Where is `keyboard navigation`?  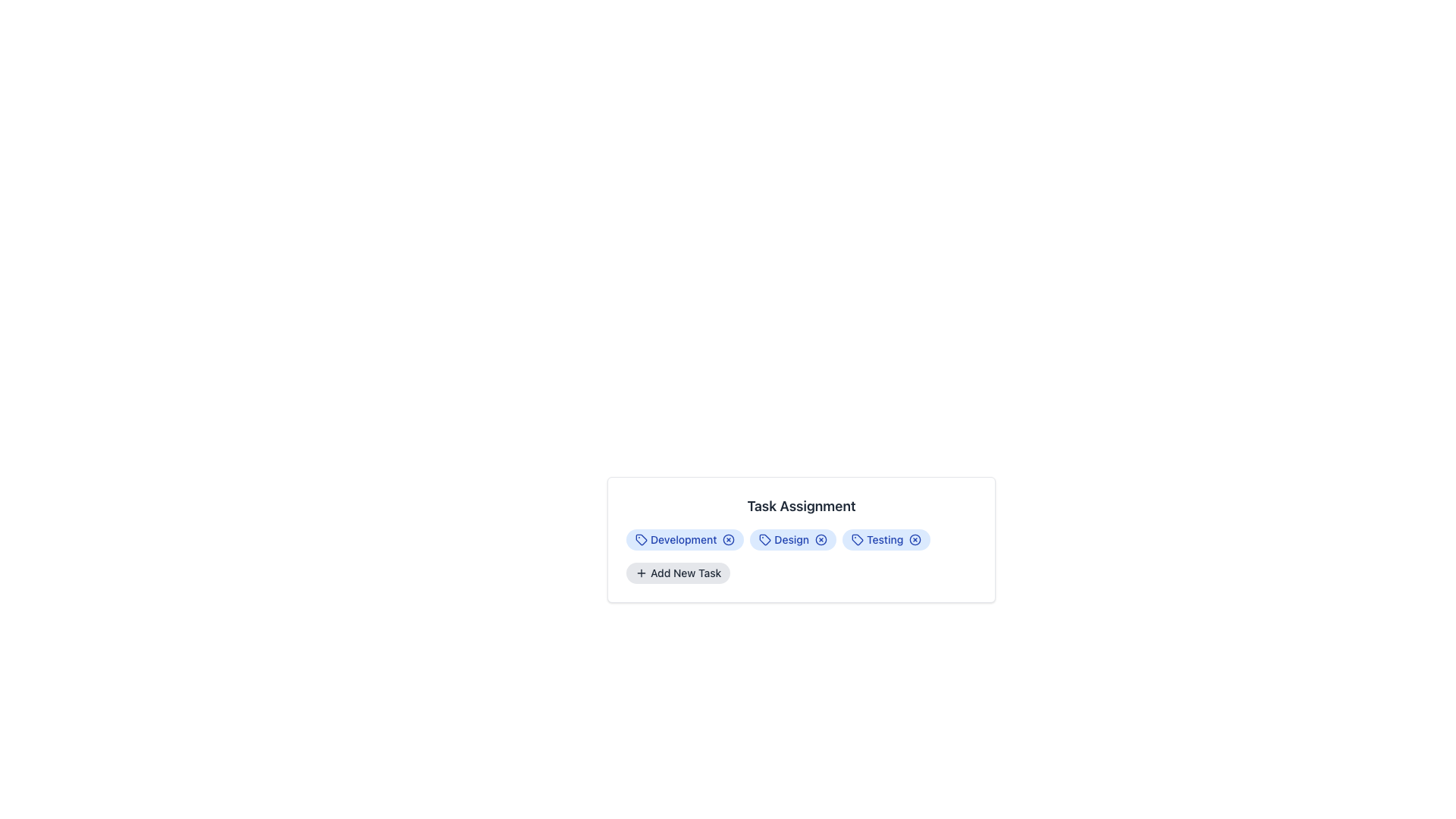
keyboard navigation is located at coordinates (821, 539).